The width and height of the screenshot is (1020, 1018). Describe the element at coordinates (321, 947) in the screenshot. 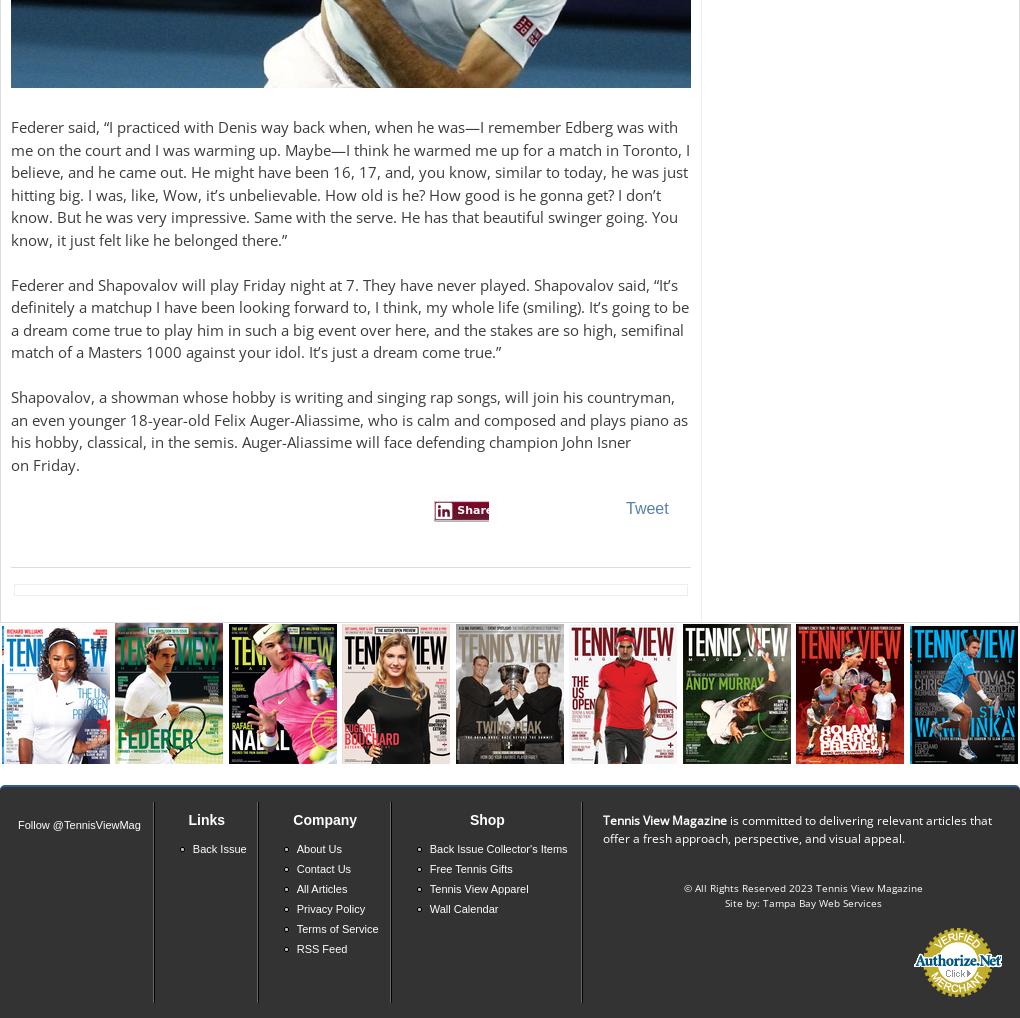

I see `'RSS Feed'` at that location.